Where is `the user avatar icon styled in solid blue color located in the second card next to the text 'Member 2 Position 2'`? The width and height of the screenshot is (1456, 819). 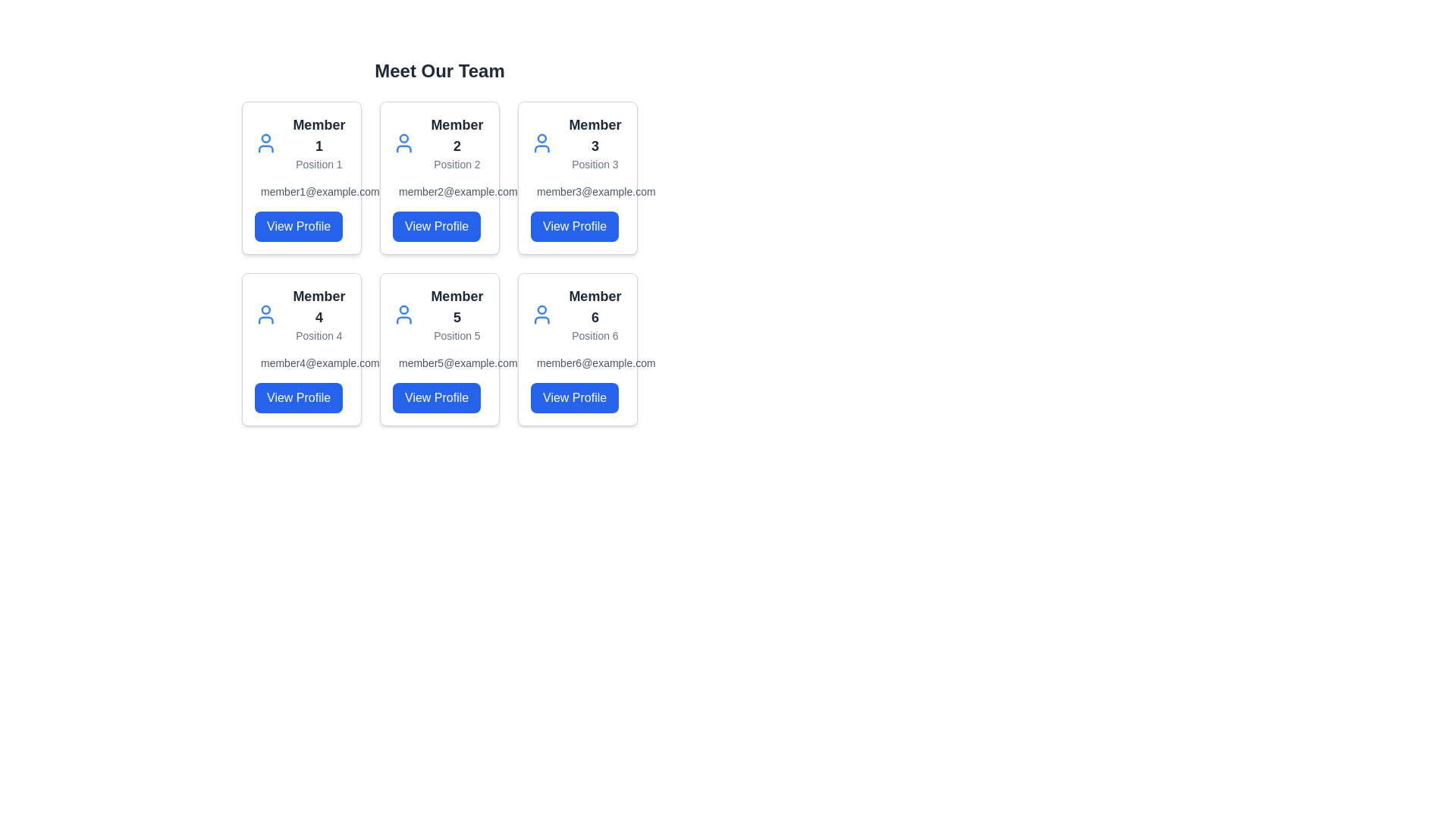
the user avatar icon styled in solid blue color located in the second card next to the text 'Member 2 Position 2' is located at coordinates (403, 143).